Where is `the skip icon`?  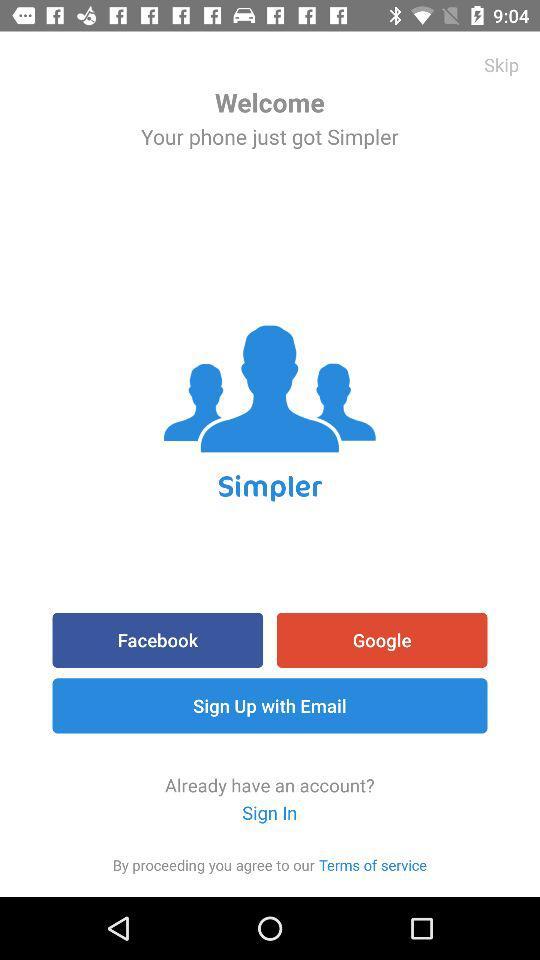
the skip icon is located at coordinates (500, 64).